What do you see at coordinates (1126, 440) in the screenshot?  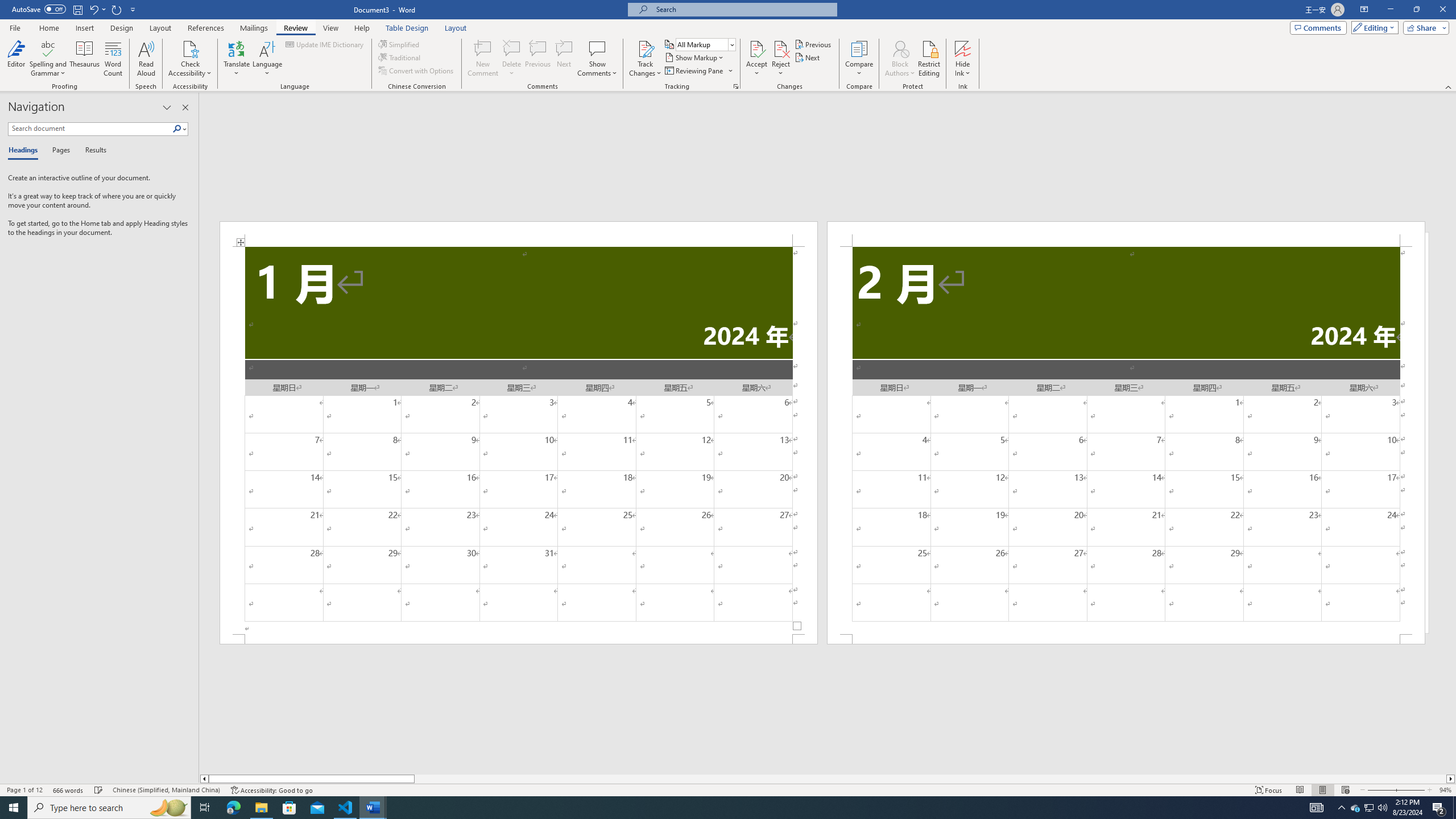 I see `'Page 2 content'` at bounding box center [1126, 440].